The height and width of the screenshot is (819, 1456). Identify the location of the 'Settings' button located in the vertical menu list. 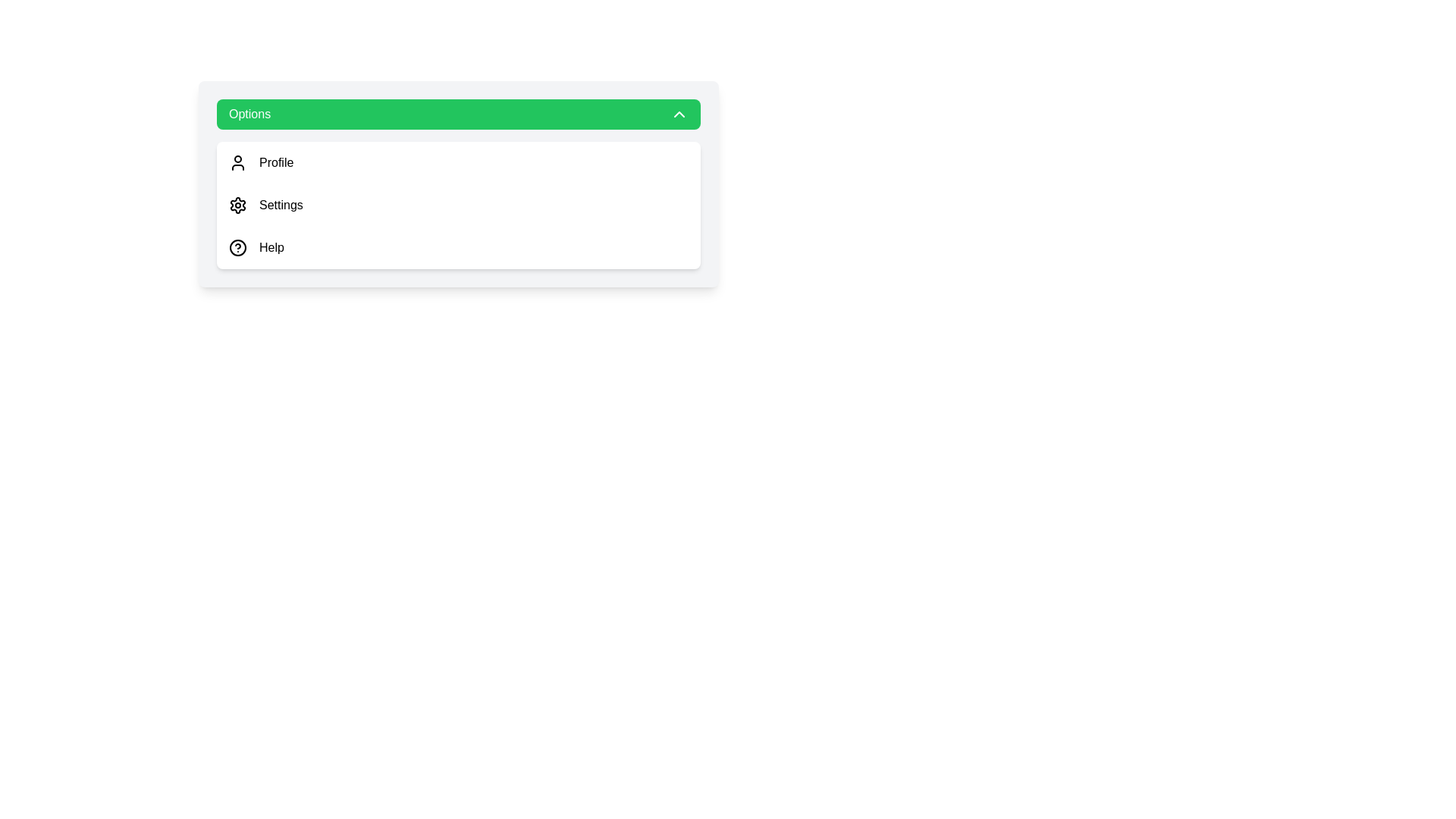
(457, 205).